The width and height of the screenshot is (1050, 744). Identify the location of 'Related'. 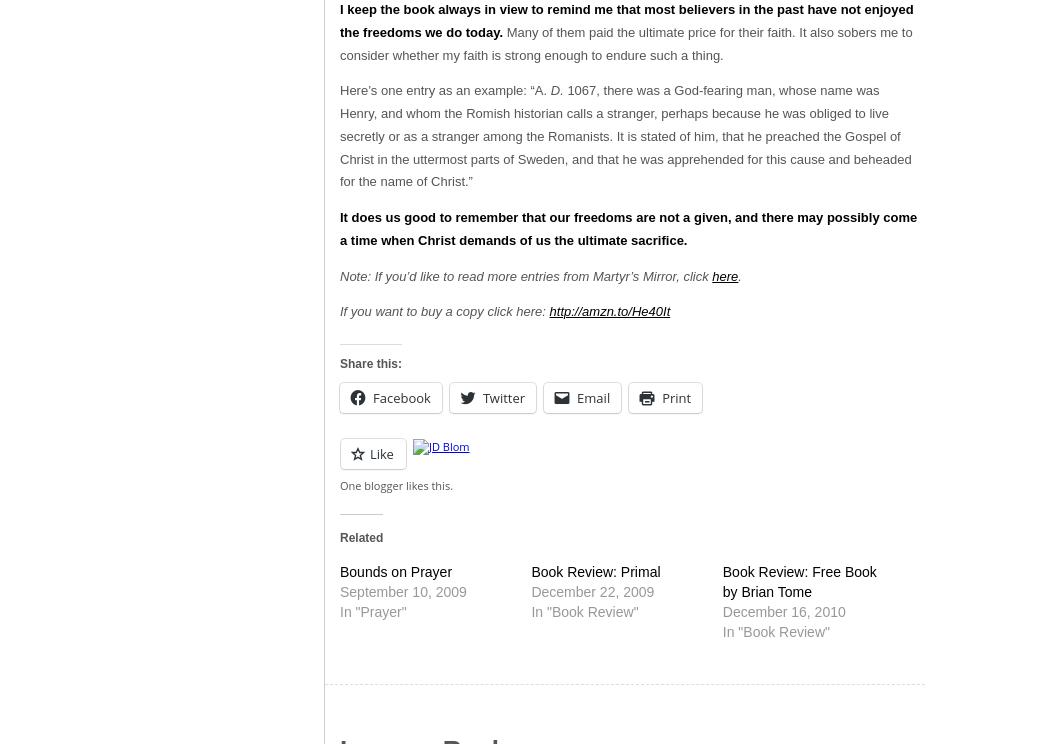
(360, 536).